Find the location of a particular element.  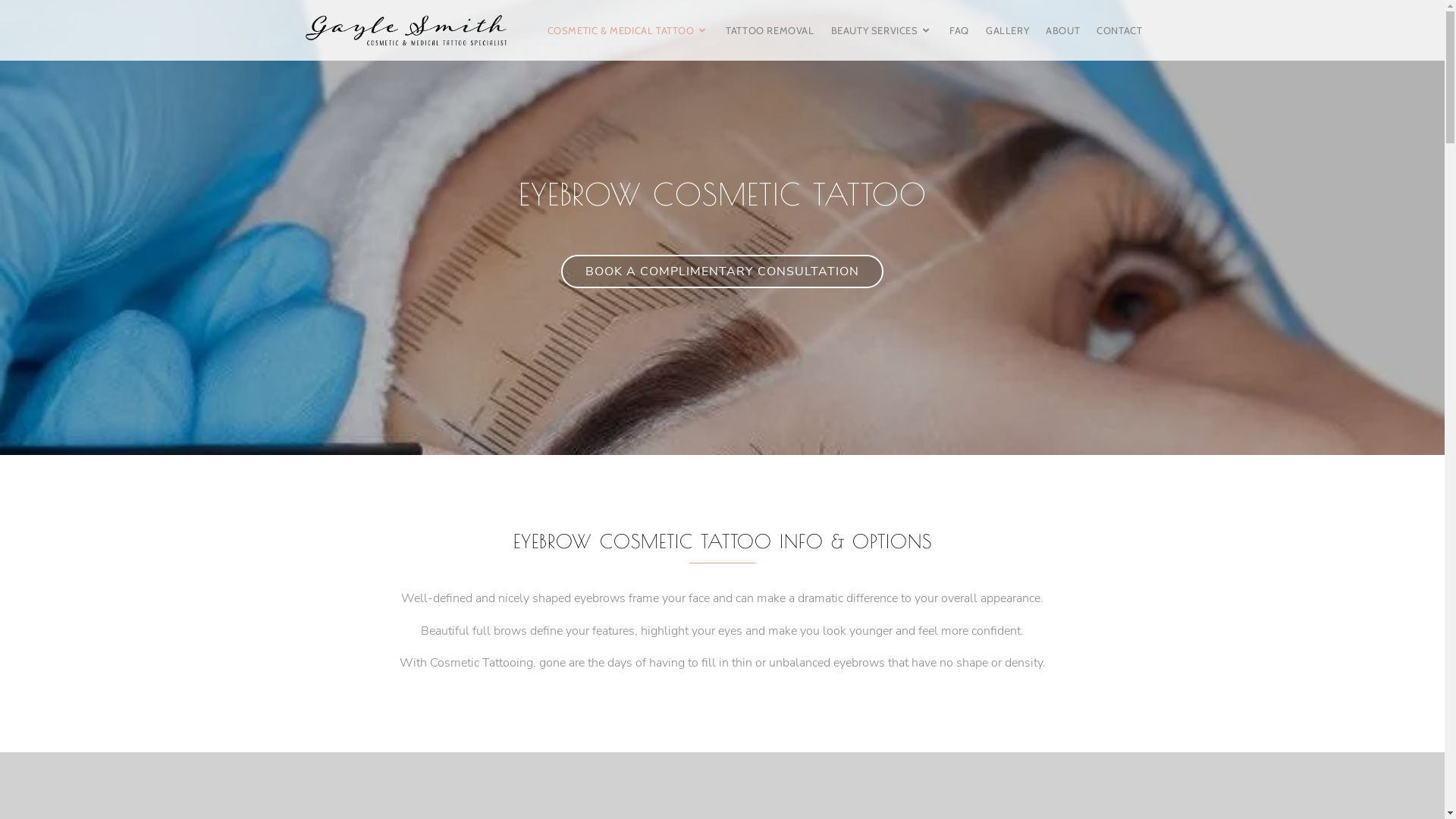

'COSMETIC & MEDICAL TATTOO' is located at coordinates (629, 30).